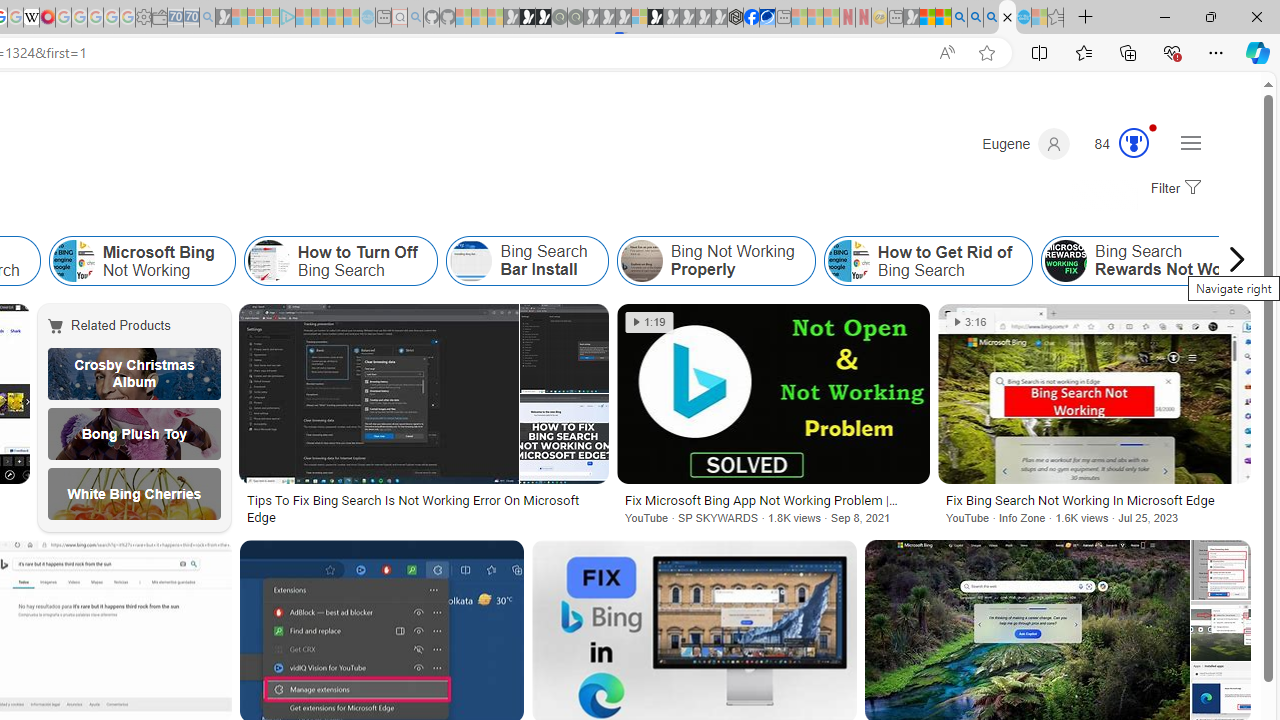 This screenshot has height=720, width=1280. I want to click on 'How to Get Rid of Bing Search', so click(927, 260).